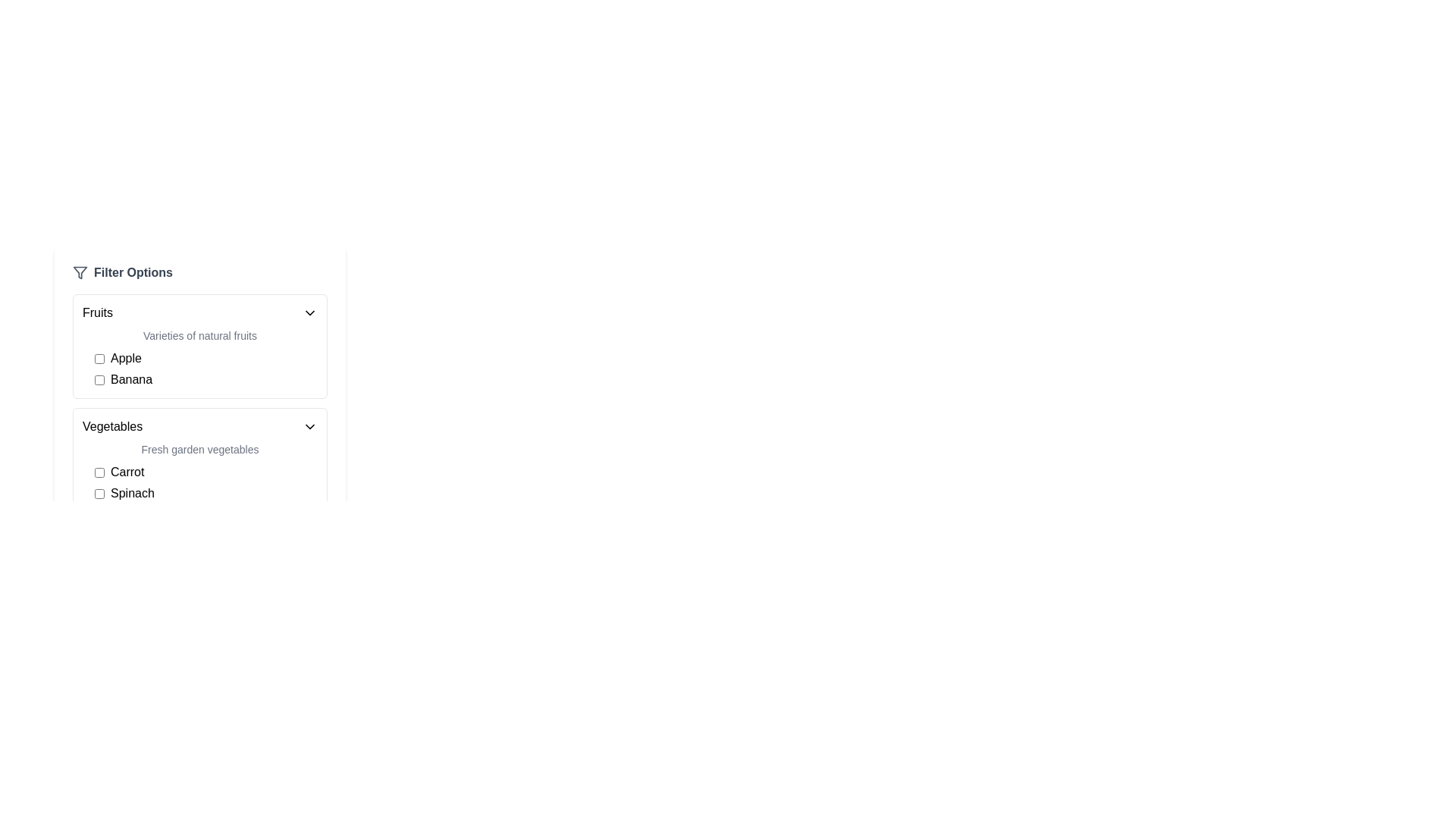 Image resolution: width=1456 pixels, height=819 pixels. I want to click on text of the label displaying 'Fresh garden vegetables', which is styled in a small gray font and located below the 'Vegetables' heading in the filtering options panel, so click(199, 449).